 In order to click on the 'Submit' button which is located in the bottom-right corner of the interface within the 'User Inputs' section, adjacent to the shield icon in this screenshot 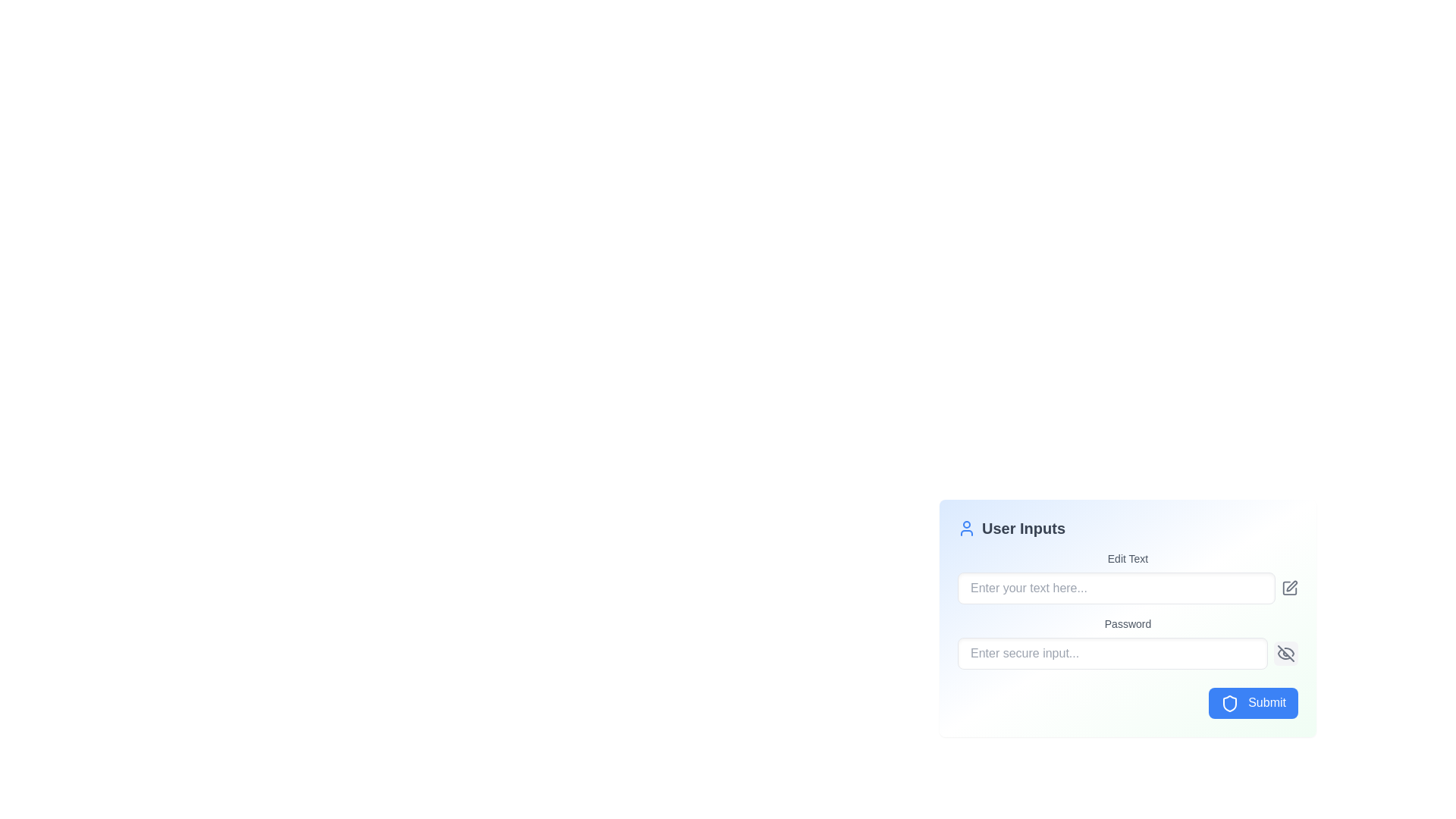, I will do `click(1229, 703)`.